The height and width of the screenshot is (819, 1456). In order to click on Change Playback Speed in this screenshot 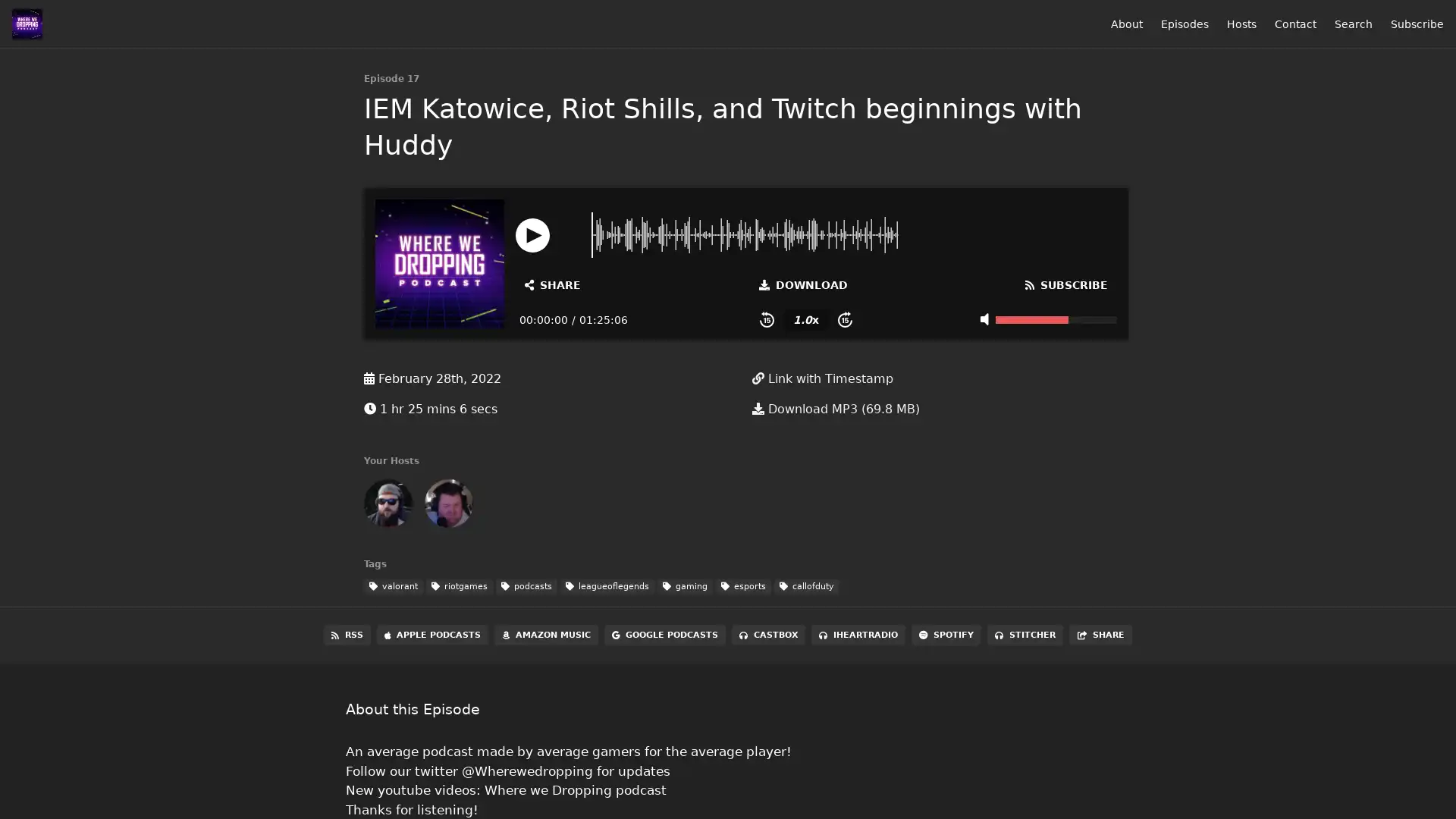, I will do `click(805, 318)`.